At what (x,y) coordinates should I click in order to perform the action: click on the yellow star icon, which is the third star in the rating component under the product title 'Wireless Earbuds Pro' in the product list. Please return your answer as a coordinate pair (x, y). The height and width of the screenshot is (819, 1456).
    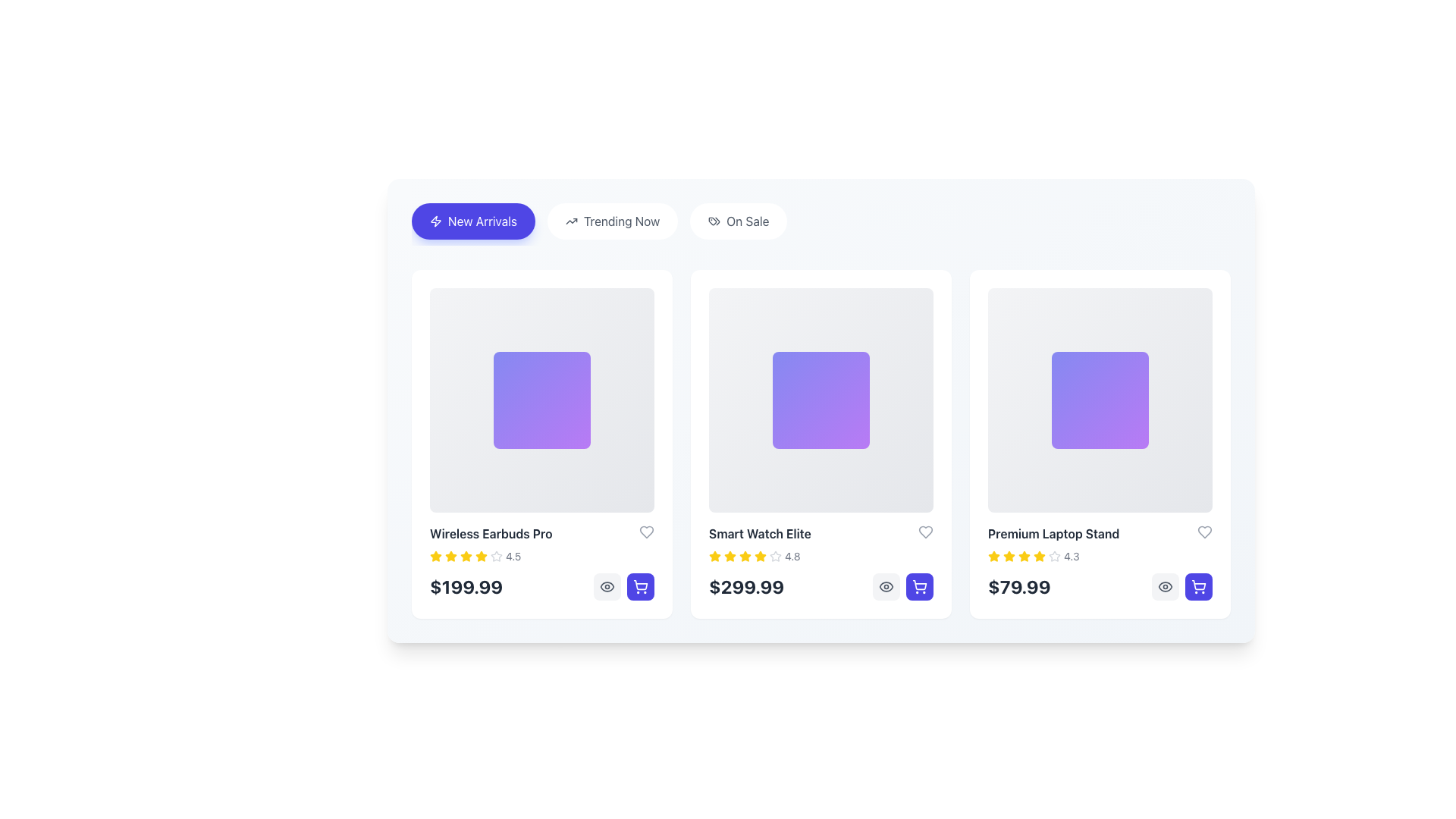
    Looking at the image, I should click on (450, 556).